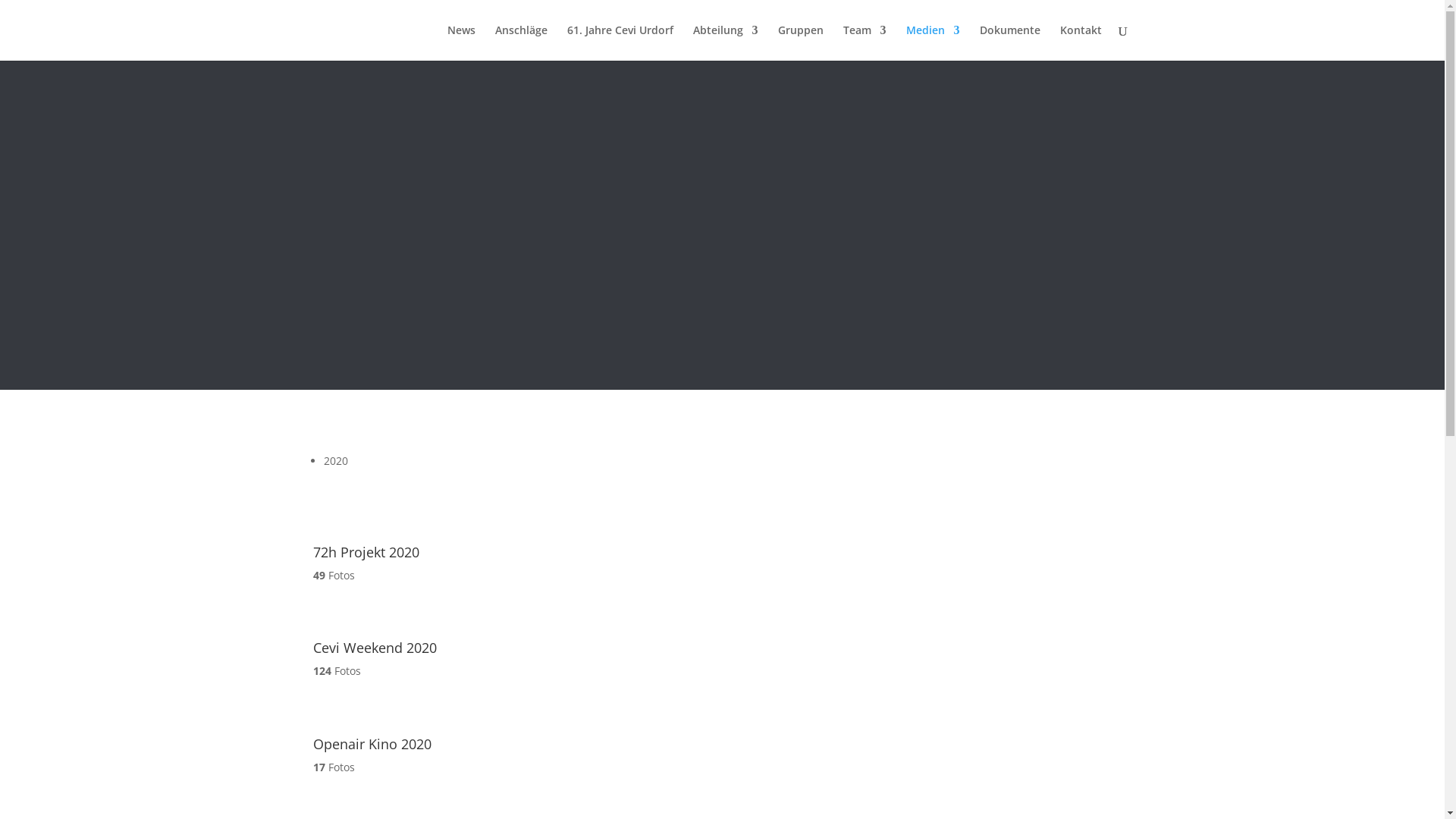 Image resolution: width=1456 pixels, height=819 pixels. I want to click on 'Team', so click(864, 42).